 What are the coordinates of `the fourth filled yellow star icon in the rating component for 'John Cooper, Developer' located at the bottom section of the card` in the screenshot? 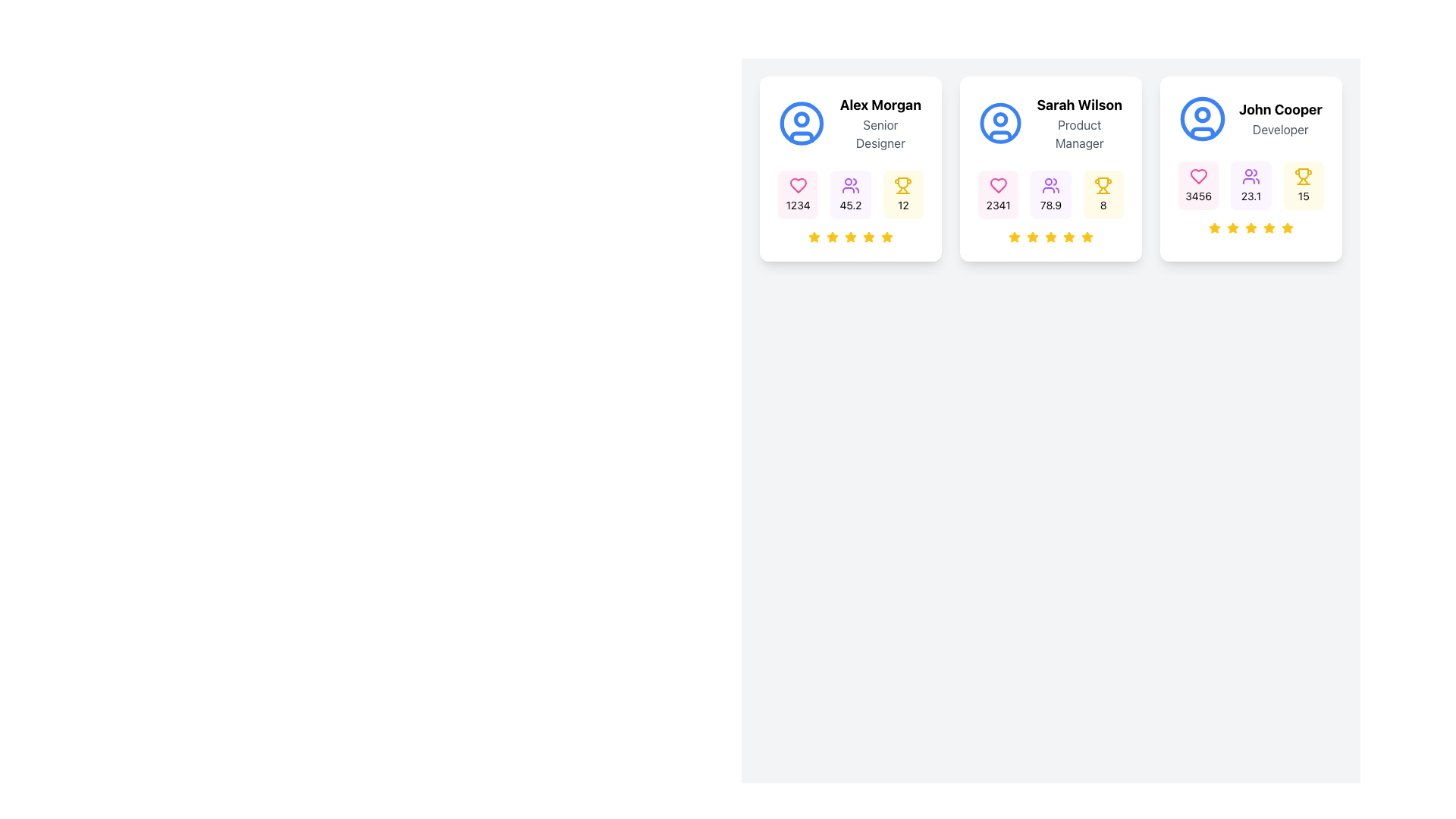 It's located at (1233, 227).